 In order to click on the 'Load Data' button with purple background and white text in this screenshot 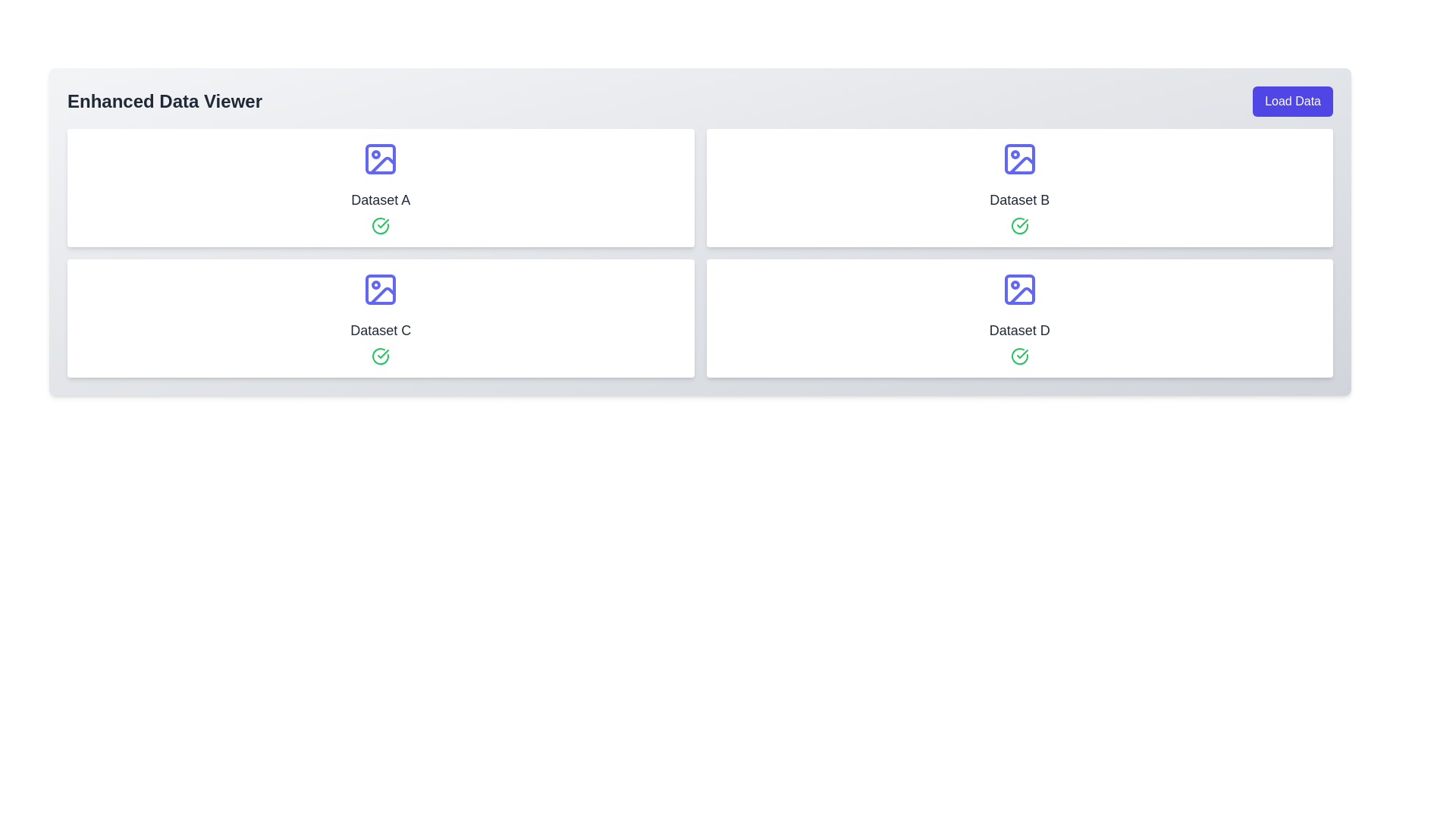, I will do `click(1292, 102)`.